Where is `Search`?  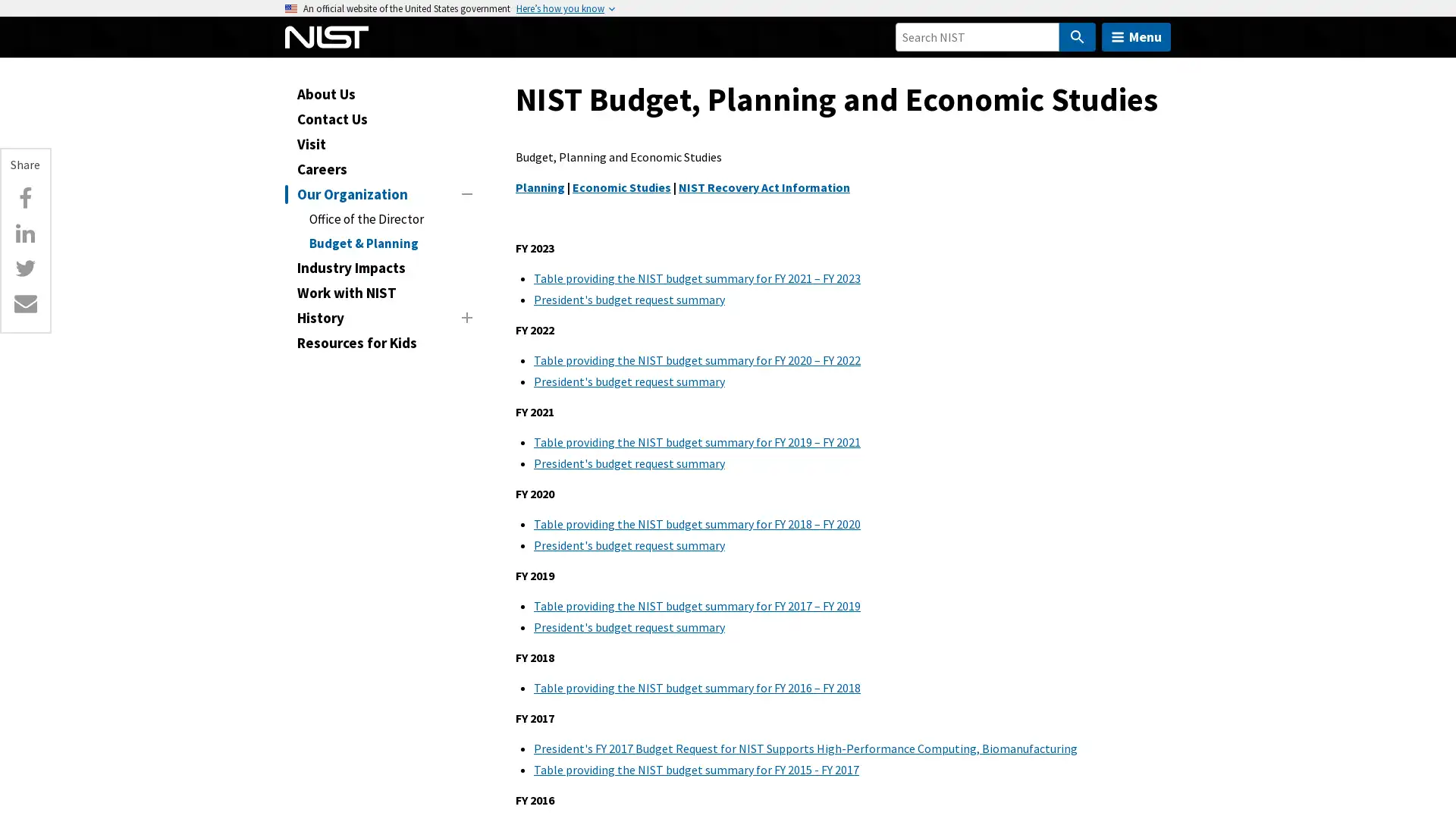 Search is located at coordinates (1076, 36).